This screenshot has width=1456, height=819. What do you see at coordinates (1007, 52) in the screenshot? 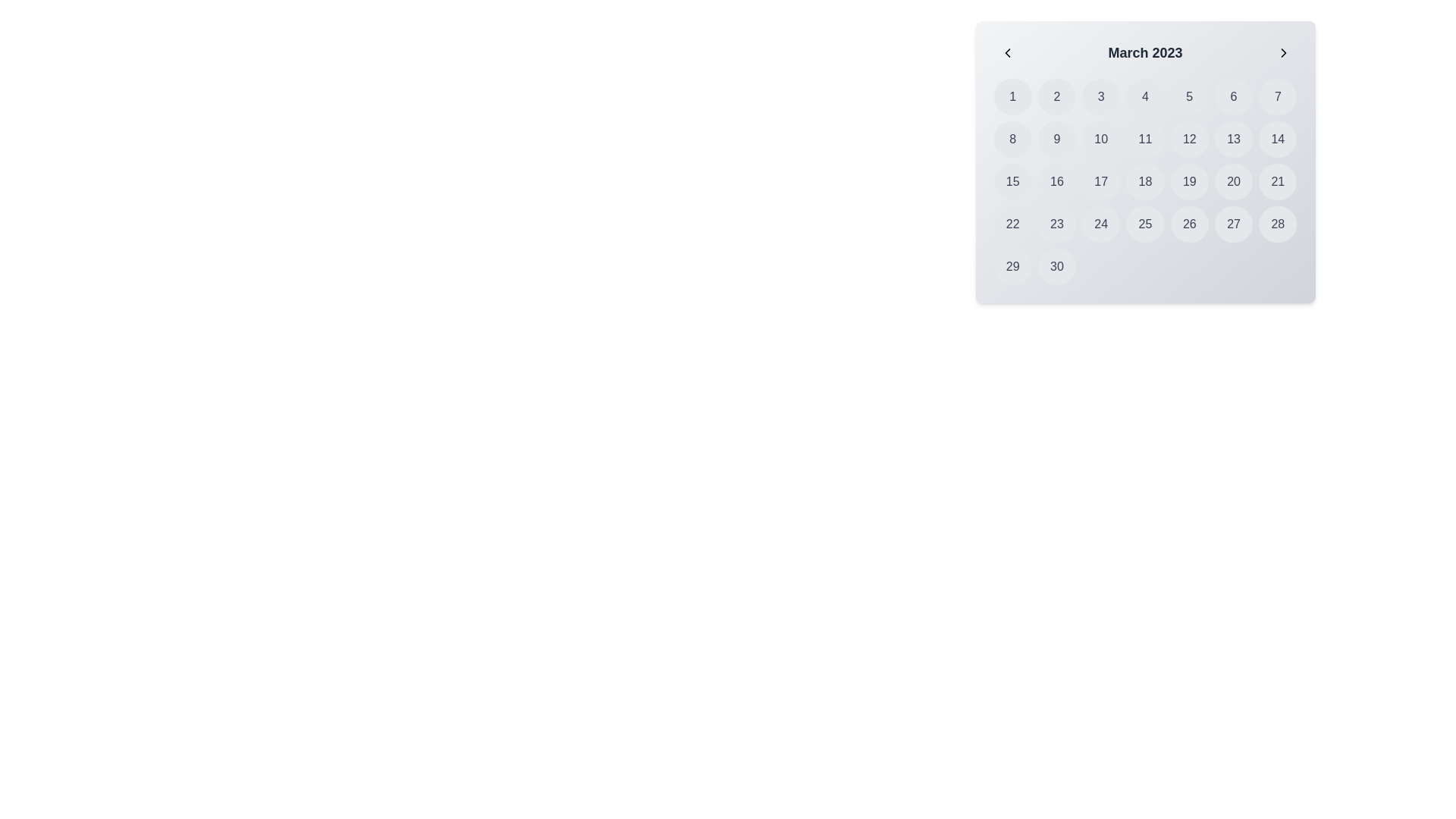
I see `the navigation button located at the top-left corner of the calendar widget` at bounding box center [1007, 52].